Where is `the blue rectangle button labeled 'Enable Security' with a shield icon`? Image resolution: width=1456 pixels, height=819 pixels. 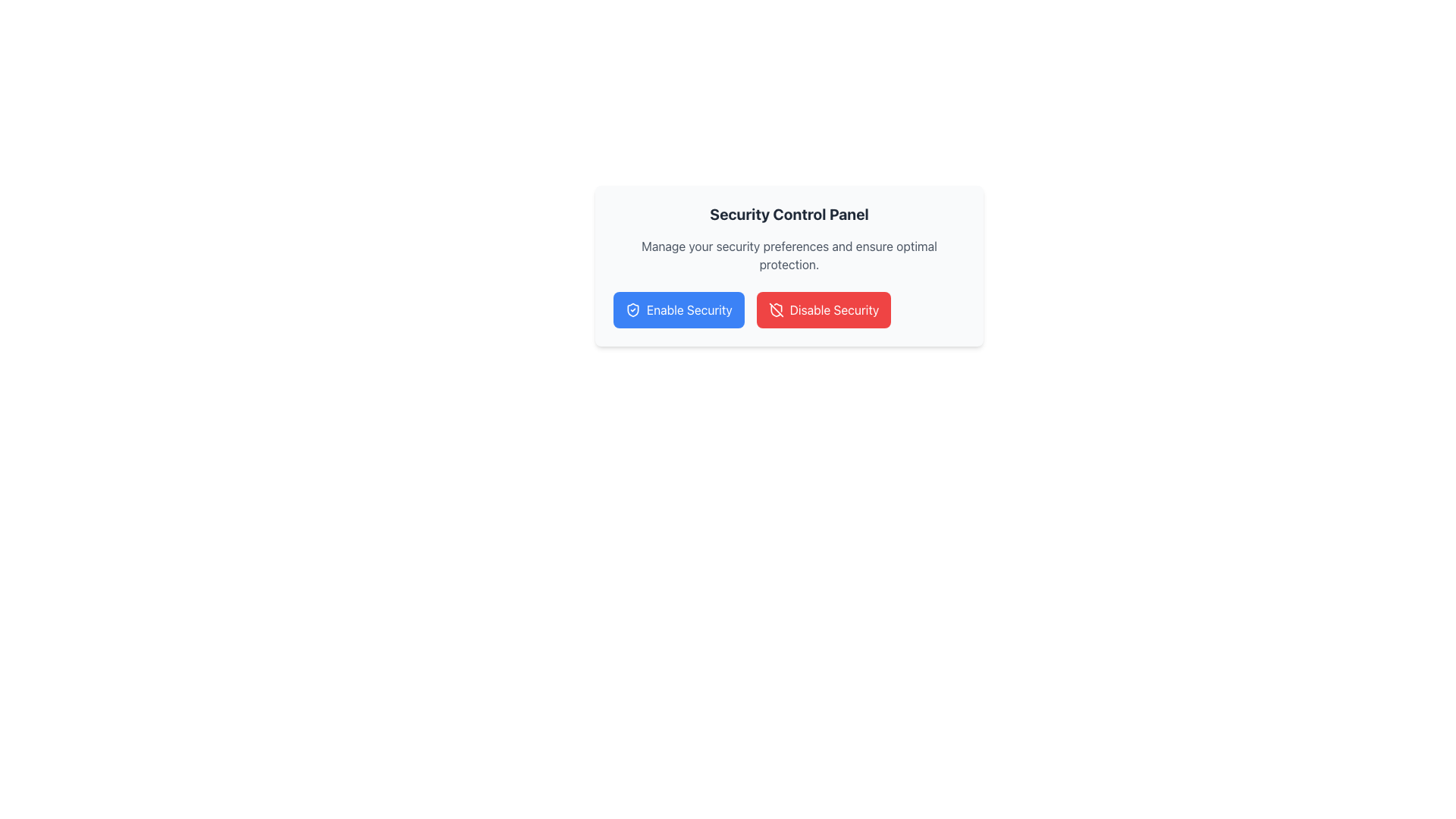 the blue rectangle button labeled 'Enable Security' with a shield icon is located at coordinates (678, 309).